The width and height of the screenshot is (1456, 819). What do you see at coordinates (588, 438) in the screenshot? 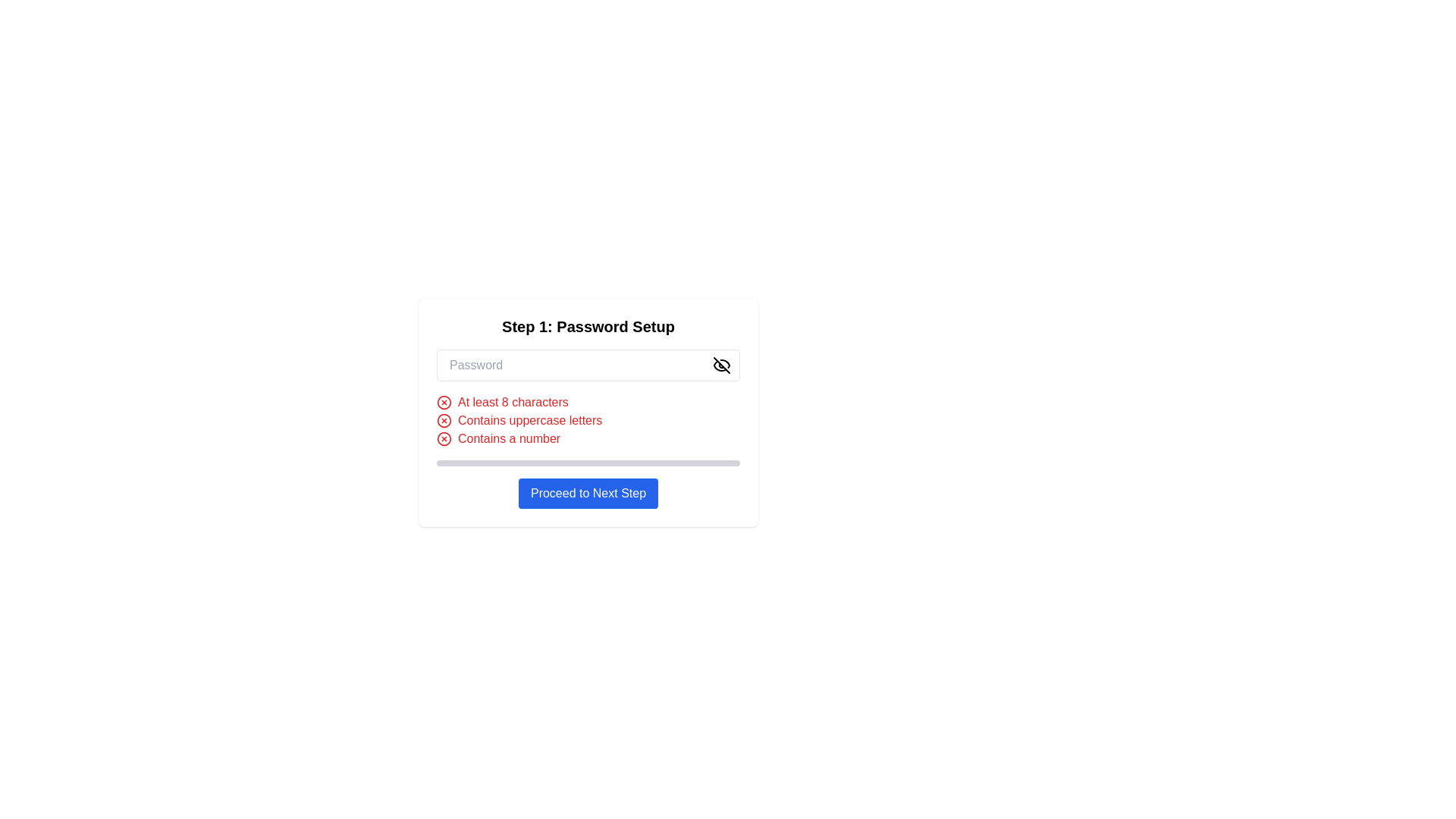
I see `the third text label with a red color and an icon to the left, located below the phrase 'Contains uppercase letters'` at bounding box center [588, 438].